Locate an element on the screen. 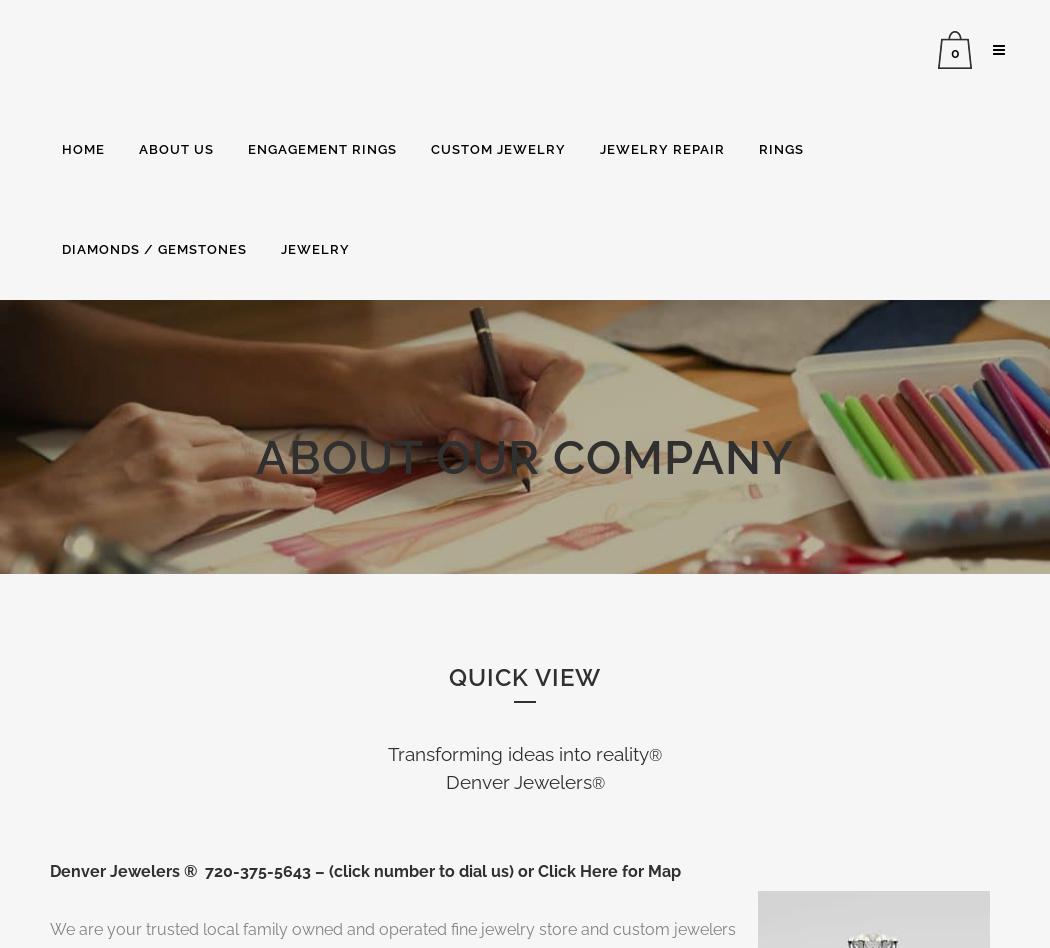 This screenshot has height=948, width=1050. 'About Our Company' is located at coordinates (525, 456).